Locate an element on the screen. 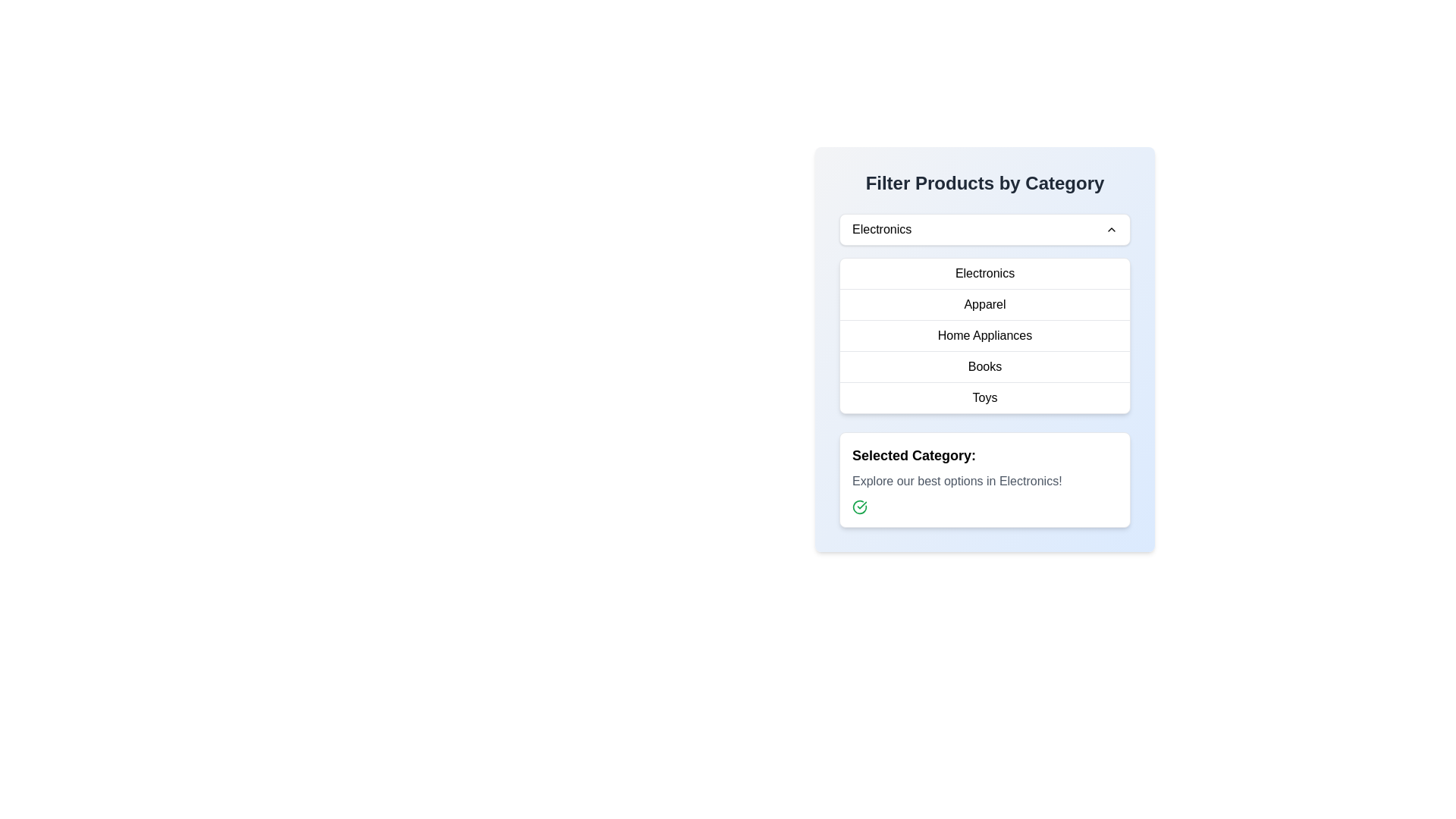 This screenshot has width=1456, height=819. the selectable category option labeled 'Apparel' in the list for filtering products, which is the second item under 'Filter Products by Category' is located at coordinates (985, 304).